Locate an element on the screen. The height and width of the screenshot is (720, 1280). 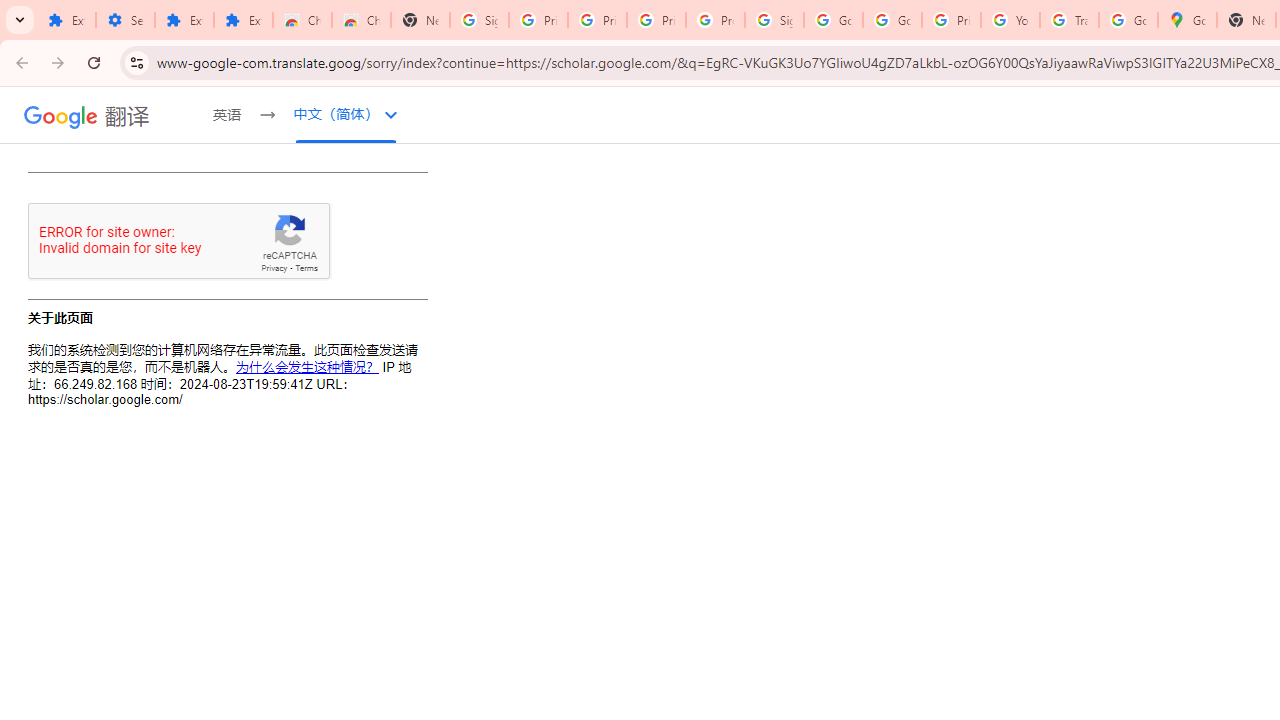
'Chrome Web Store' is located at coordinates (301, 20).